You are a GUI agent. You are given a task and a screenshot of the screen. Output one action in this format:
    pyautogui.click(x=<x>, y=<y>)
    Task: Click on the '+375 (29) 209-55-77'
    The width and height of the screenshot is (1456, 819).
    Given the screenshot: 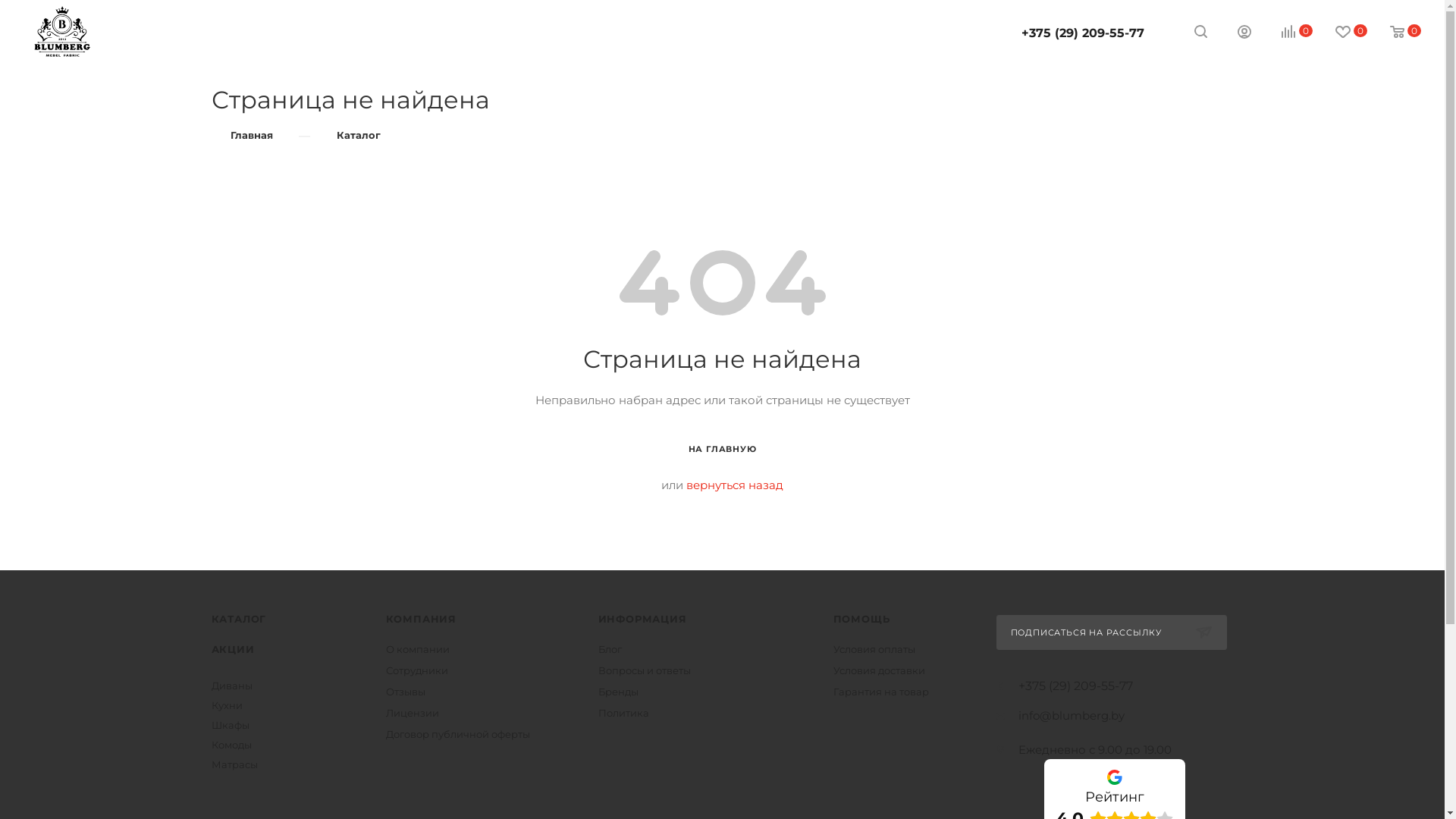 What is the action you would take?
    pyautogui.click(x=1081, y=33)
    